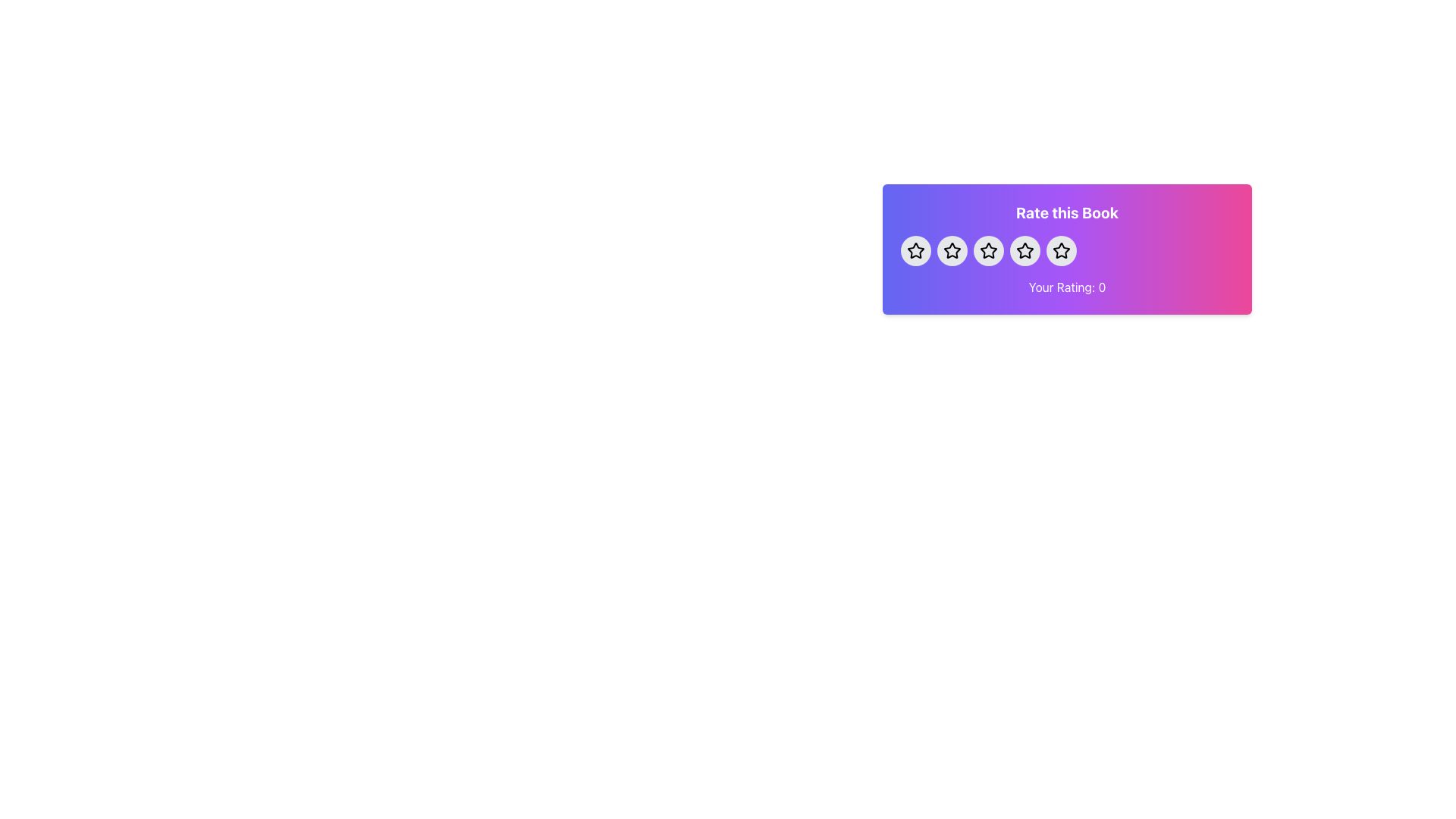  Describe the element at coordinates (914, 249) in the screenshot. I see `the first rating star icon` at that location.